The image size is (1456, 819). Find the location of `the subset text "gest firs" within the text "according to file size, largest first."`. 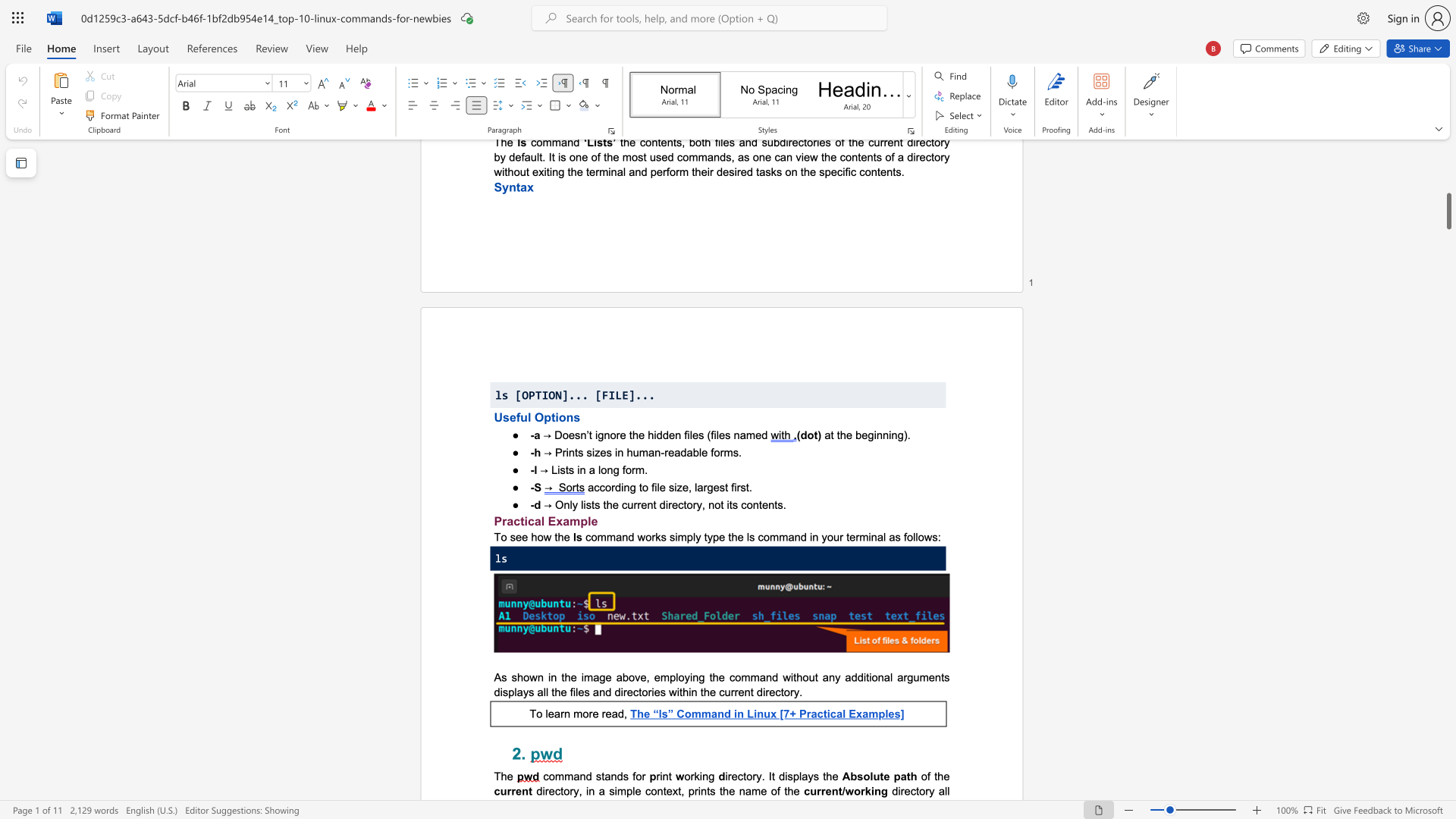

the subset text "gest firs" within the text "according to file size, largest first." is located at coordinates (706, 487).